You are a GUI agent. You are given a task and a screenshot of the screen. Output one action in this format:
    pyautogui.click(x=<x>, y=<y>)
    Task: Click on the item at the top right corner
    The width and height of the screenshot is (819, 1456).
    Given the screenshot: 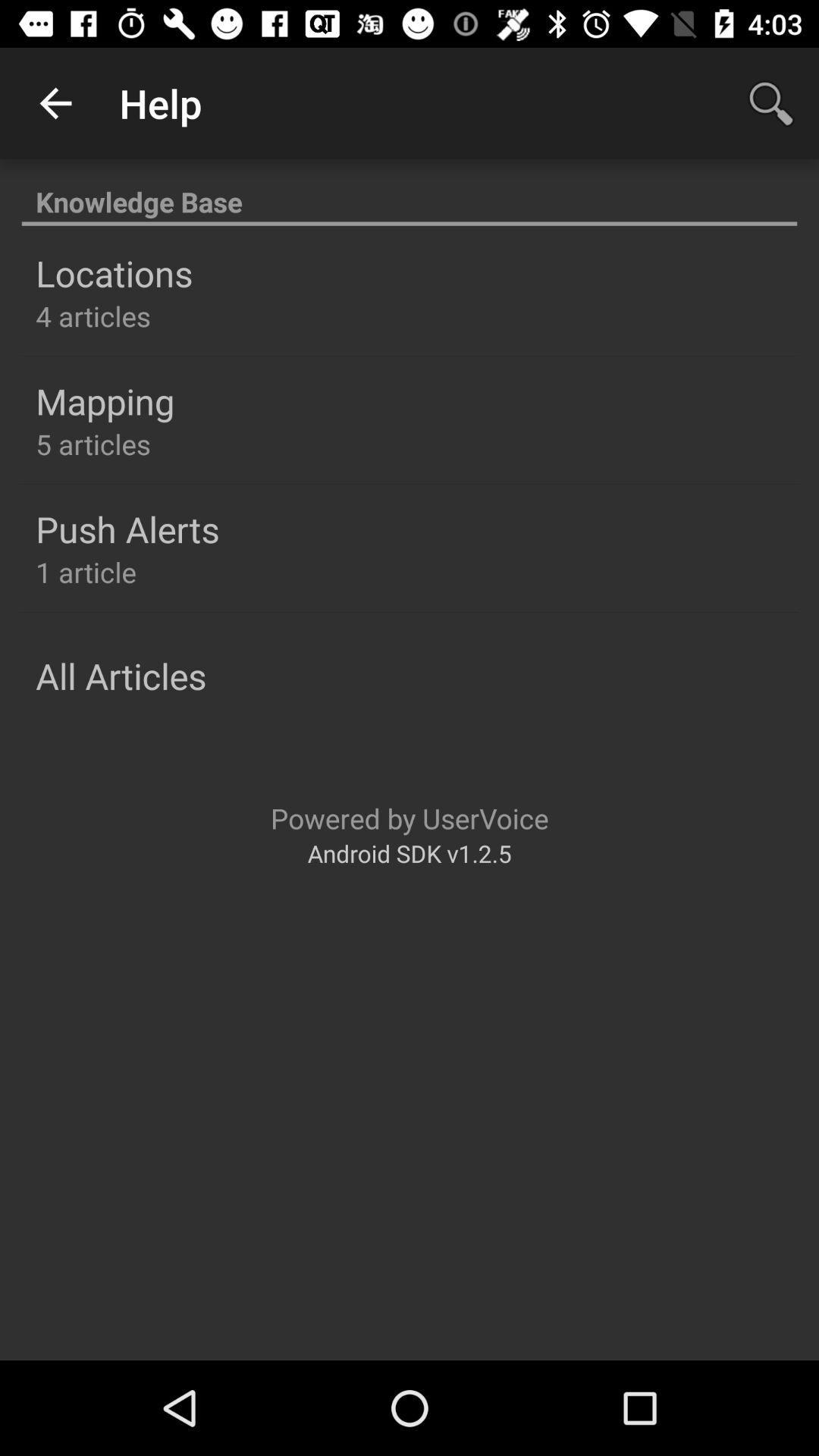 What is the action you would take?
    pyautogui.click(x=771, y=102)
    